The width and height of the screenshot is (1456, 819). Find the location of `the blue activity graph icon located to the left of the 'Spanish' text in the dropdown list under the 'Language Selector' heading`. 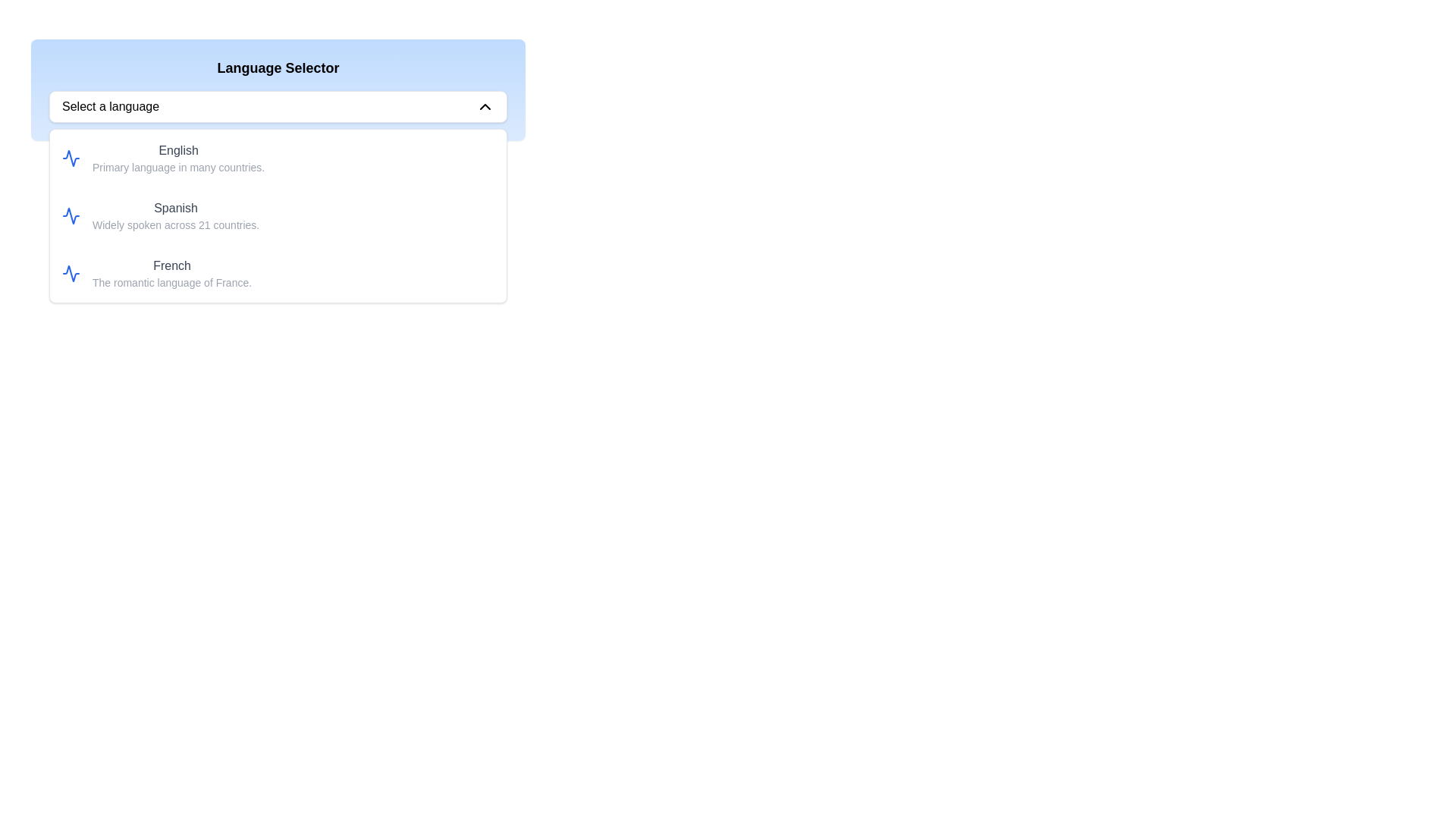

the blue activity graph icon located to the left of the 'Spanish' text in the dropdown list under the 'Language Selector' heading is located at coordinates (71, 216).